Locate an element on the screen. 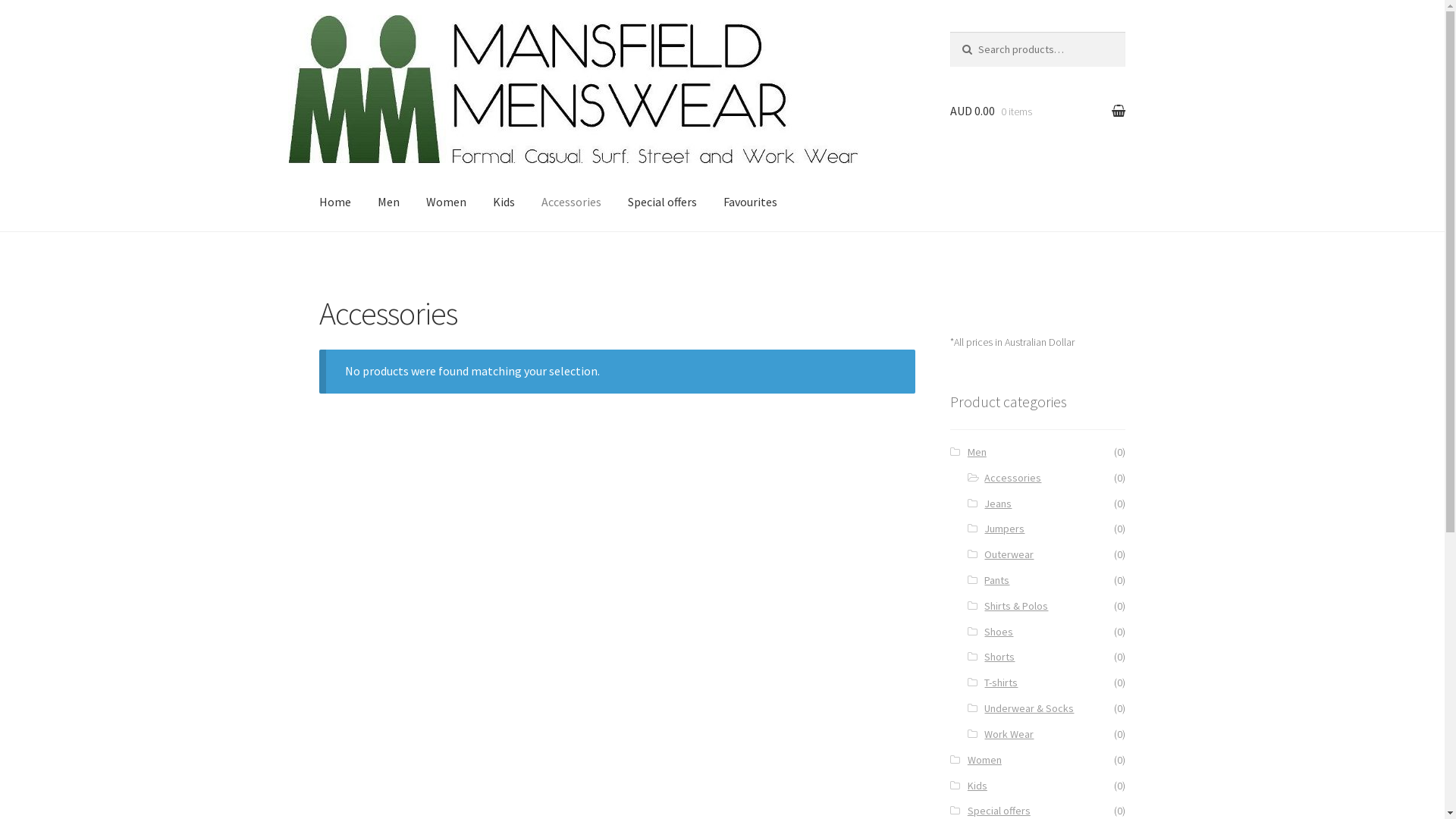 The width and height of the screenshot is (1456, 819). 'AUD 0.00 0 items' is located at coordinates (949, 110).